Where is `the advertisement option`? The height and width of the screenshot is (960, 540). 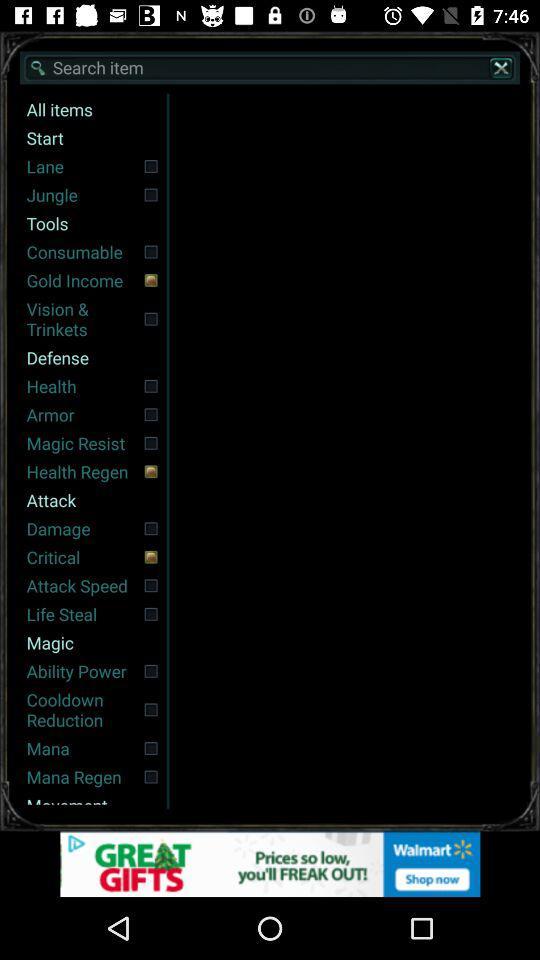
the advertisement option is located at coordinates (270, 863).